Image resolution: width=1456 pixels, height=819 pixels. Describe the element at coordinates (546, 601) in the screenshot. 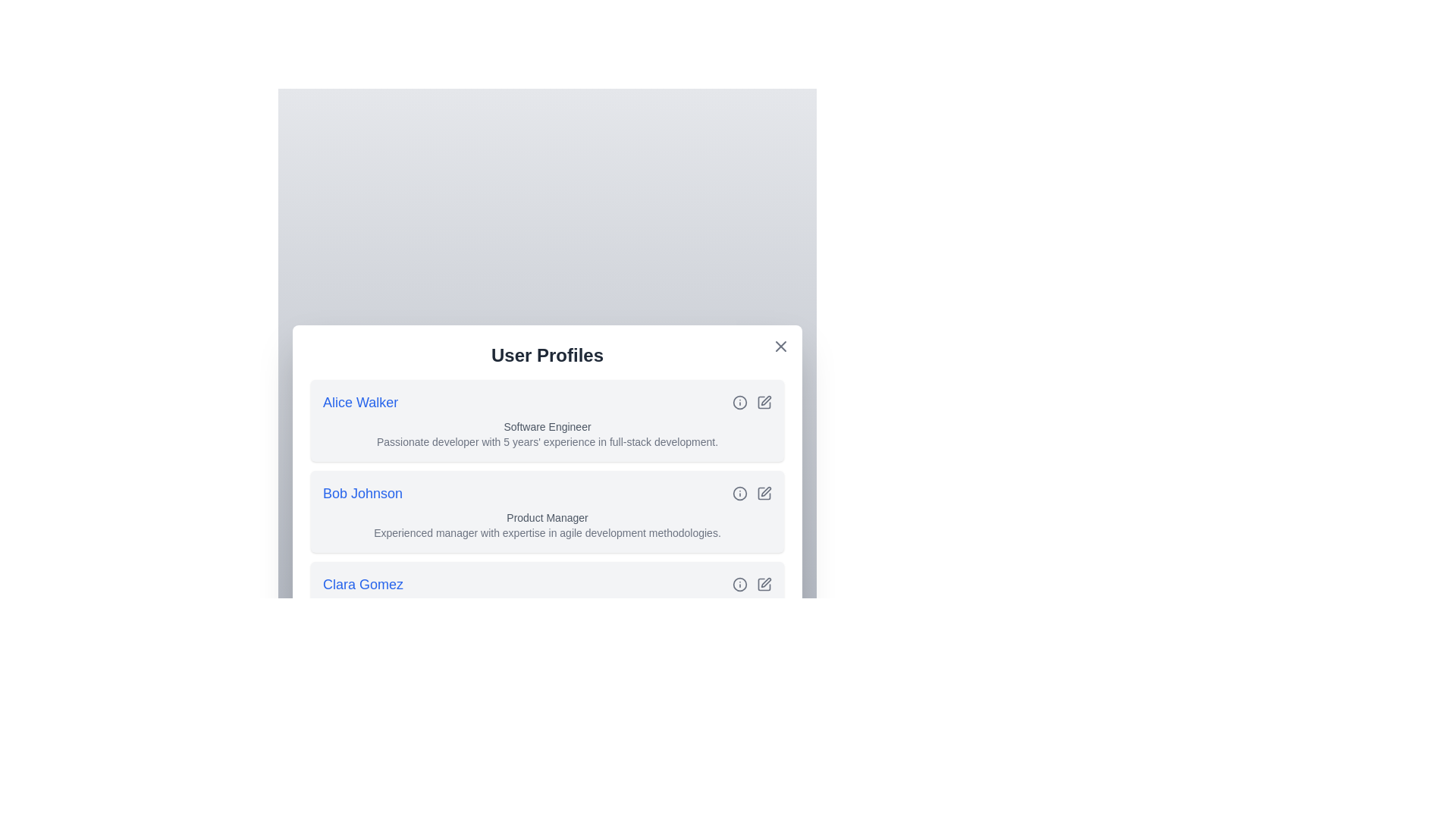

I see `the user profile item for Clara Gomez` at that location.